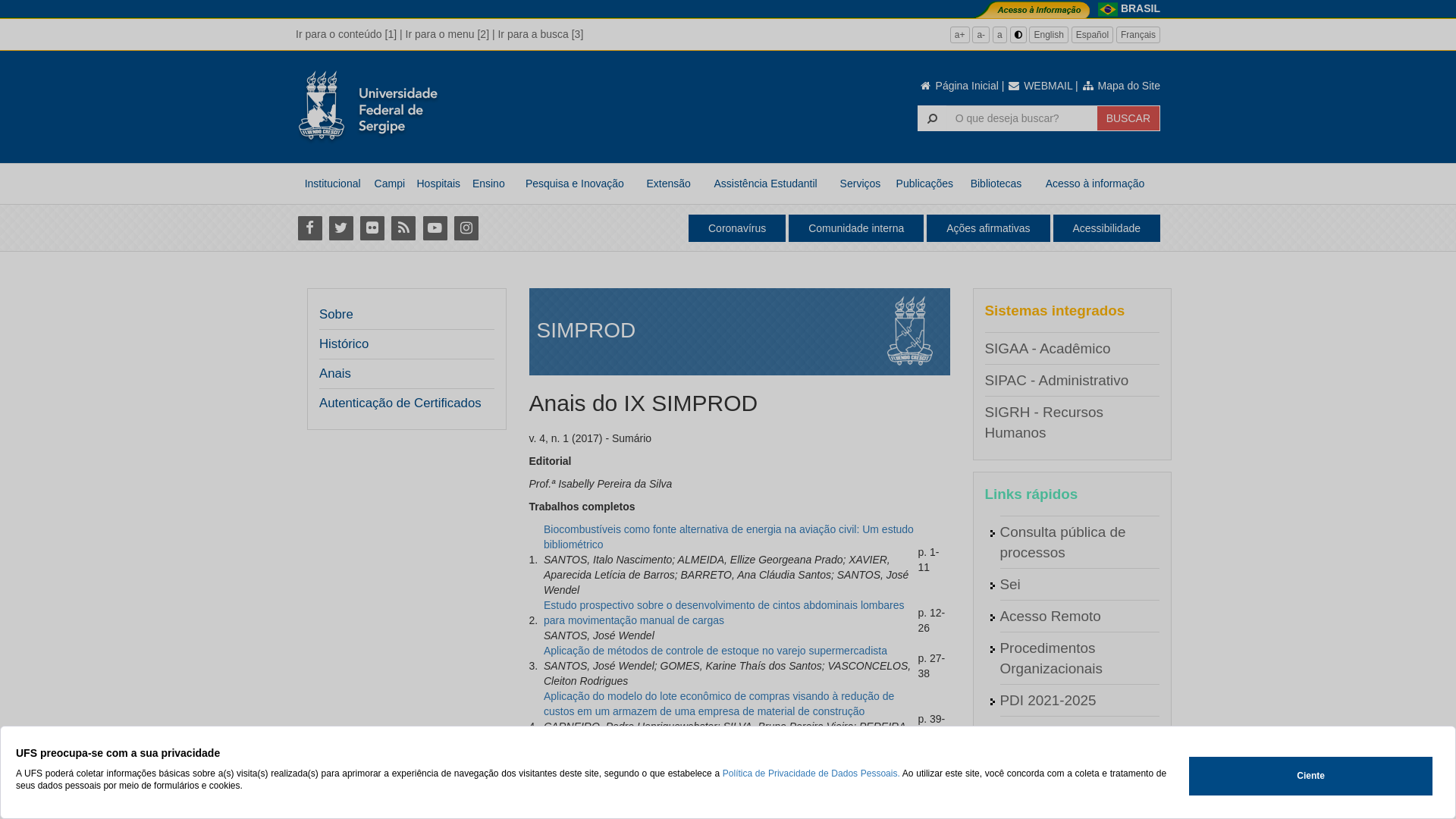  What do you see at coordinates (437, 183) in the screenshot?
I see `'Hospitais'` at bounding box center [437, 183].